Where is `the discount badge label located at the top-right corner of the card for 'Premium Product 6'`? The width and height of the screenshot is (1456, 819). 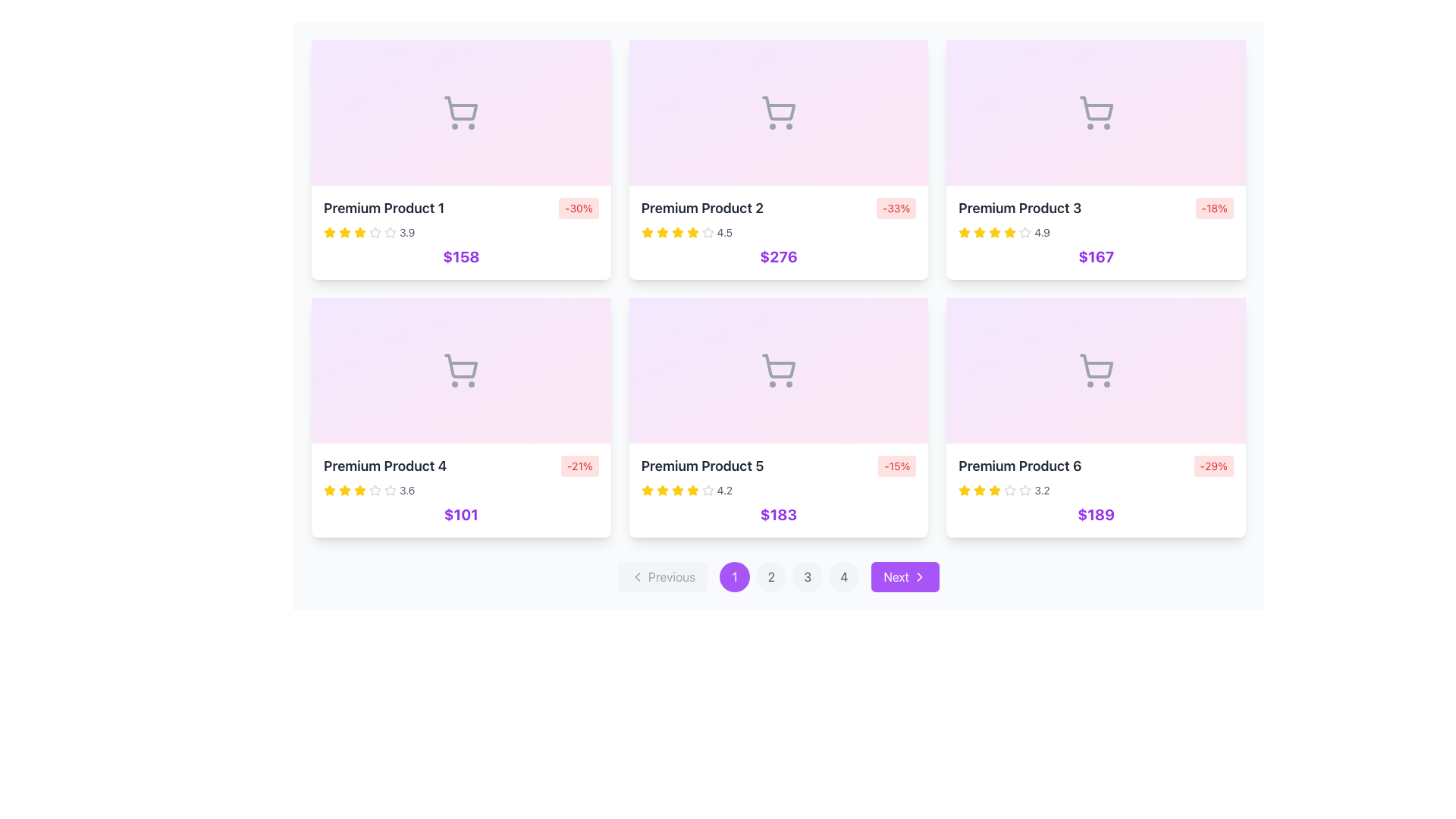 the discount badge label located at the top-right corner of the card for 'Premium Product 6' is located at coordinates (1213, 465).